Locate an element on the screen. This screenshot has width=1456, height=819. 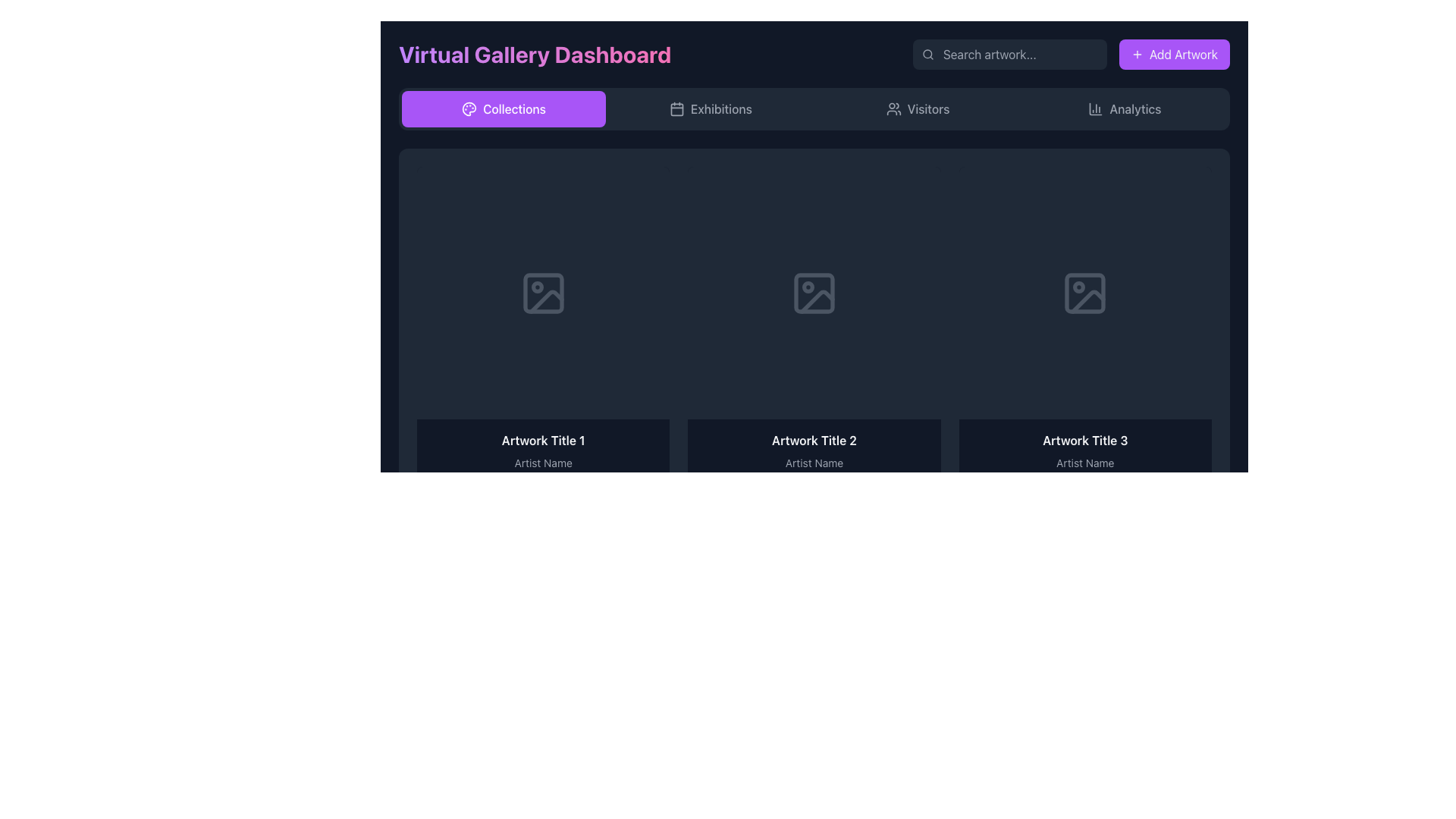
text content of the label displaying 'Artwork Title 2' in bold, positioned at the top of the center card in a three-card layout is located at coordinates (814, 441).